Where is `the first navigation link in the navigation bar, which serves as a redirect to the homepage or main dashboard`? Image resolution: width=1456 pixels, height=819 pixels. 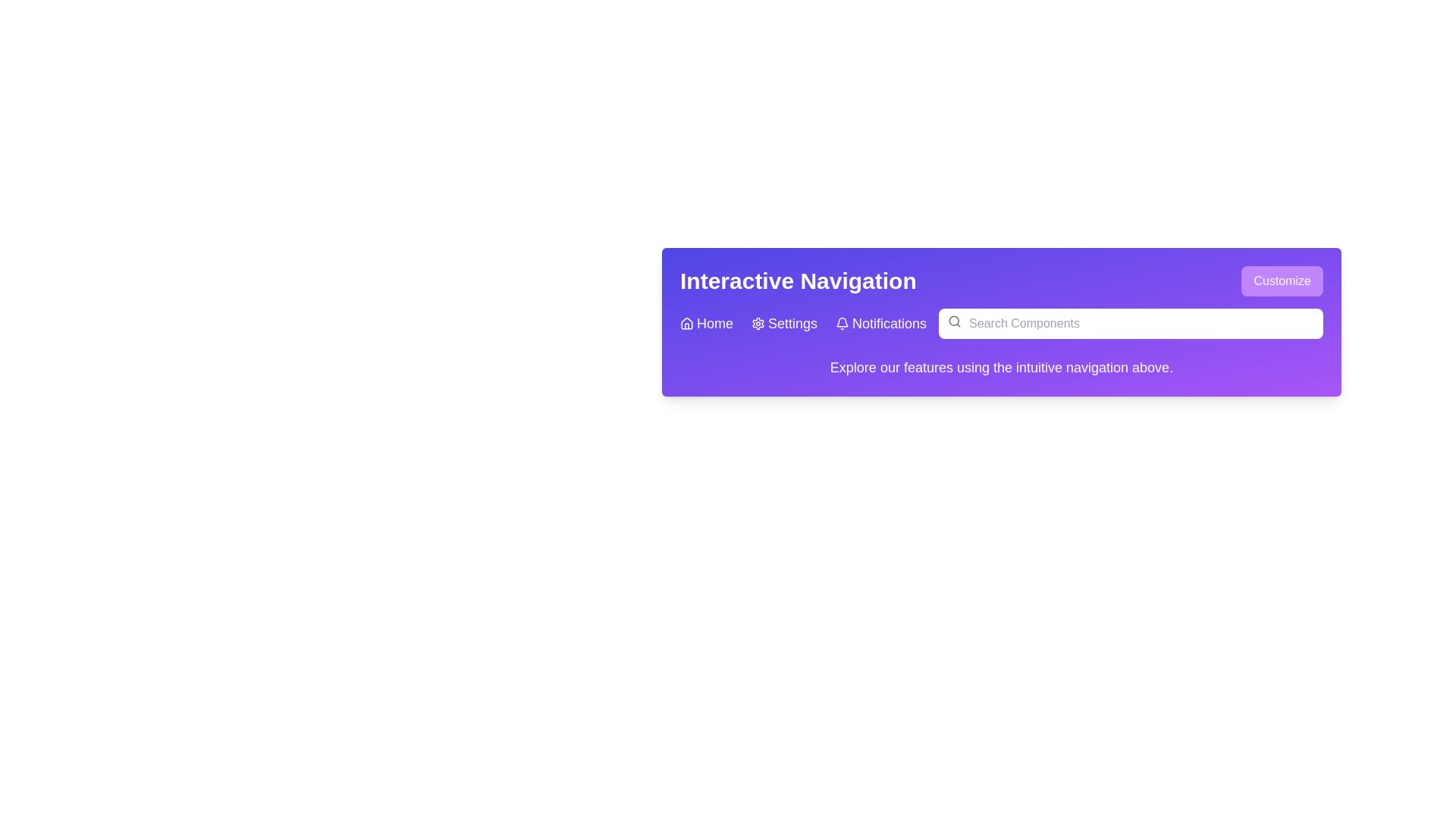
the first navigation link in the navigation bar, which serves as a redirect to the homepage or main dashboard is located at coordinates (705, 323).